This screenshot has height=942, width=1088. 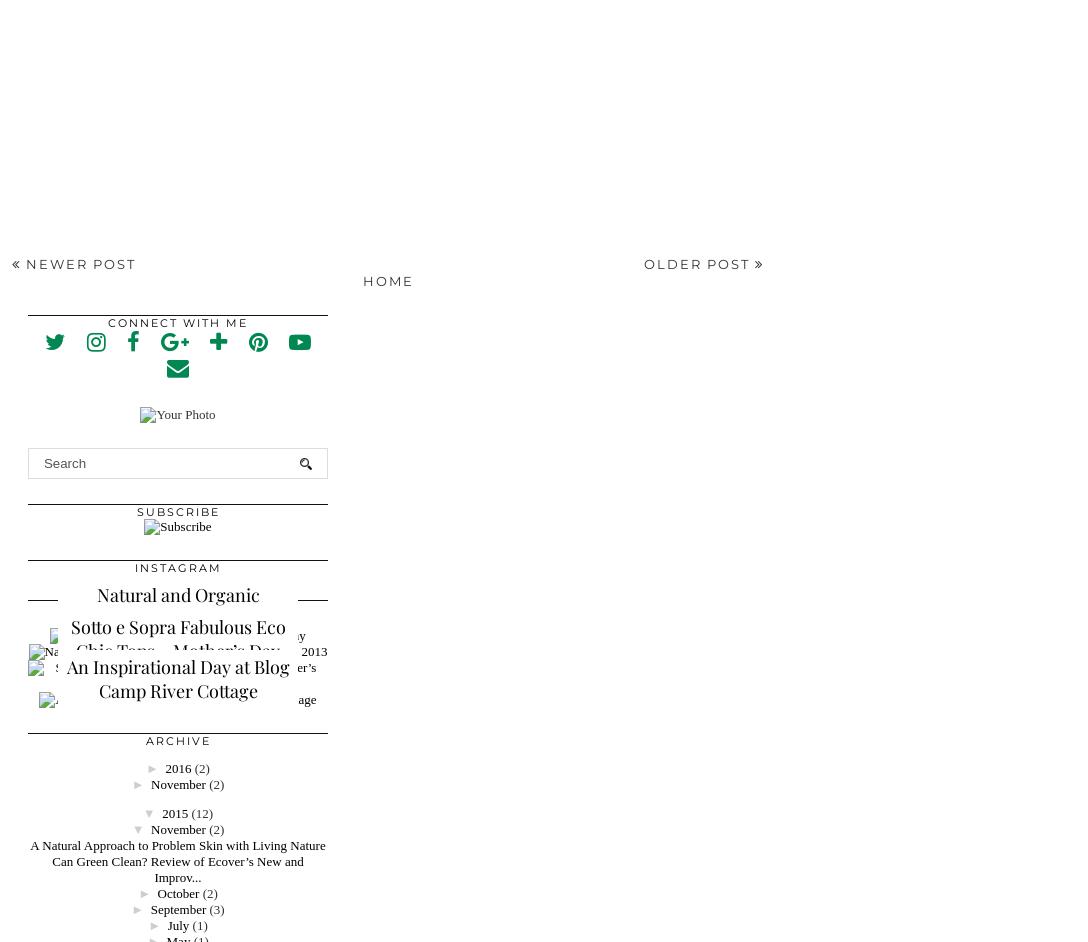 What do you see at coordinates (173, 811) in the screenshot?
I see `'2015'` at bounding box center [173, 811].